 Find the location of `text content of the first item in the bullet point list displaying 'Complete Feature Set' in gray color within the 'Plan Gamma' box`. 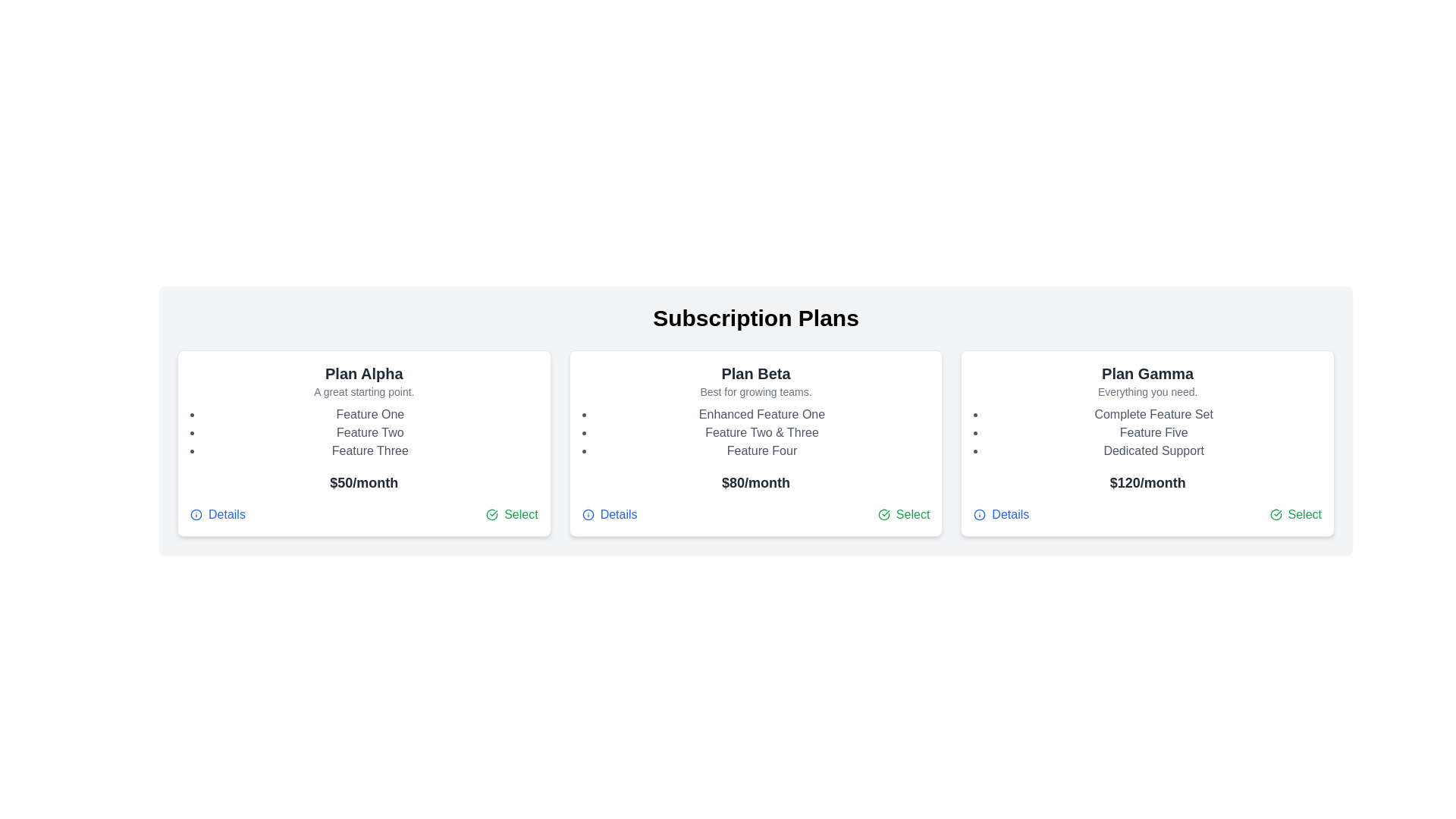

text content of the first item in the bullet point list displaying 'Complete Feature Set' in gray color within the 'Plan Gamma' box is located at coordinates (1153, 415).